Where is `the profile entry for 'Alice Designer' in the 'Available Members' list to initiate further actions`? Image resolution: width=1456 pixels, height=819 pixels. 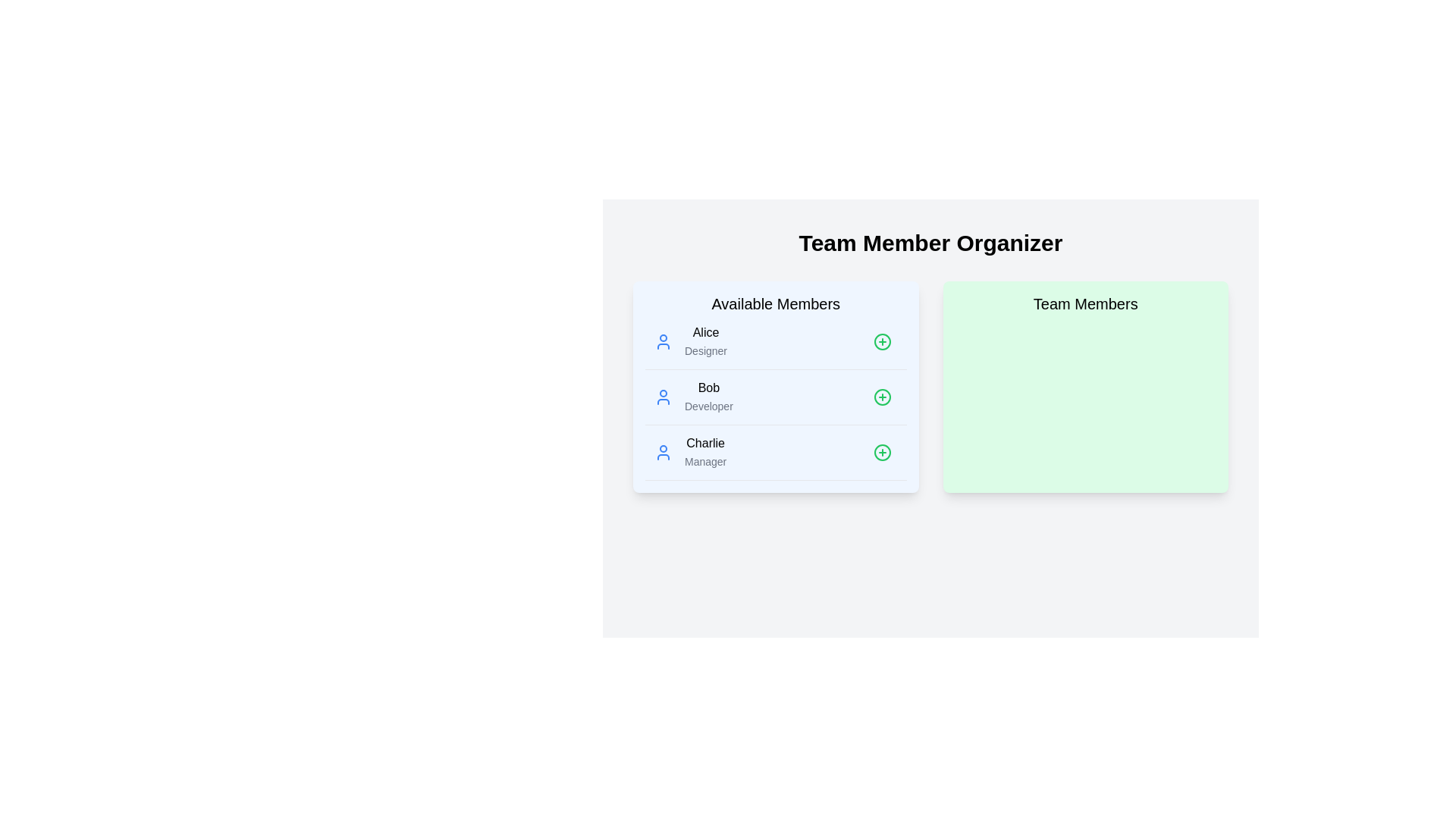 the profile entry for 'Alice Designer' in the 'Available Members' list to initiate further actions is located at coordinates (690, 342).